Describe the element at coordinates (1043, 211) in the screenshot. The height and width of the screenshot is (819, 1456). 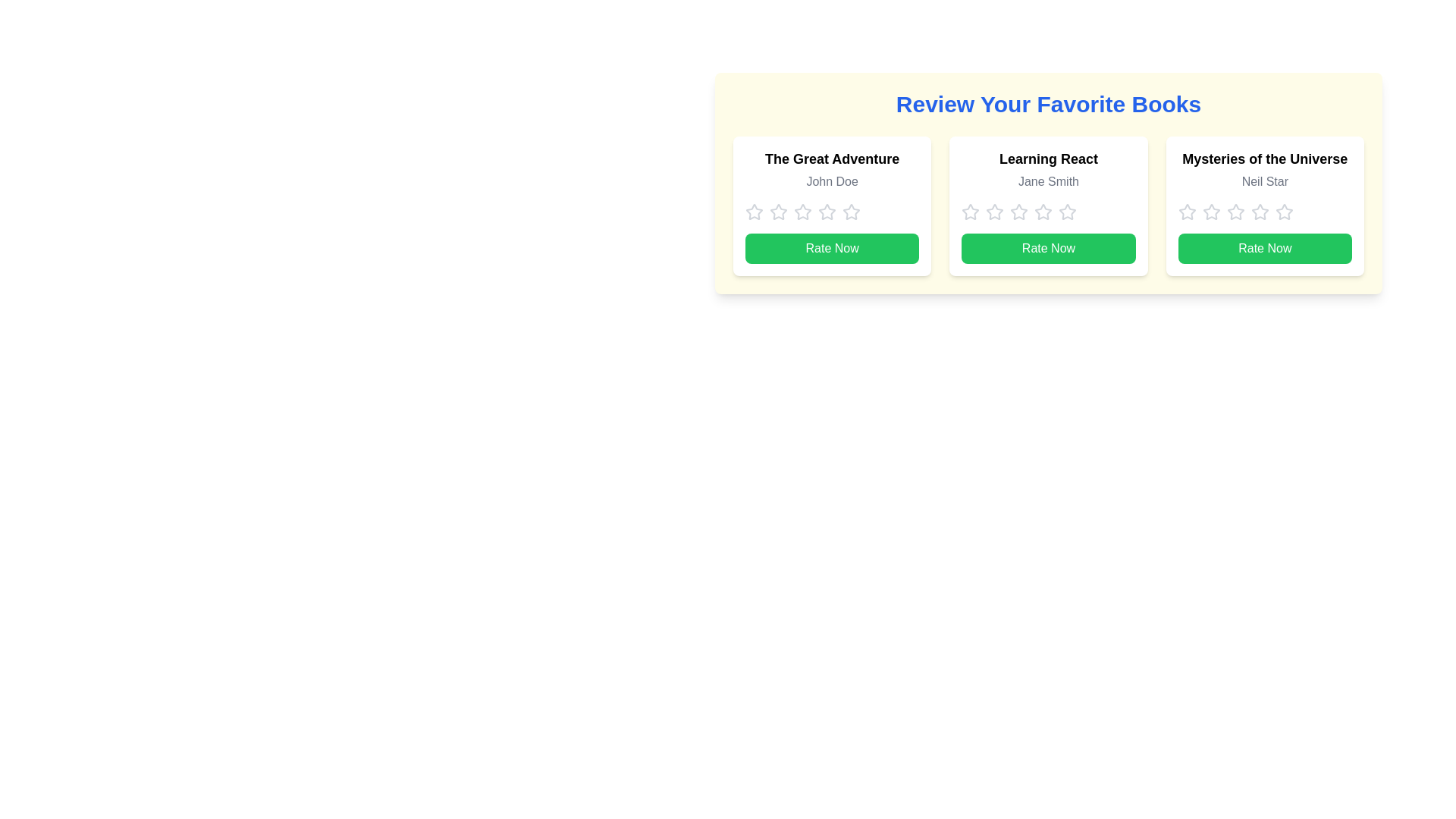
I see `the second star in the rating system for the book 'Learning React' by Jane Smith` at that location.